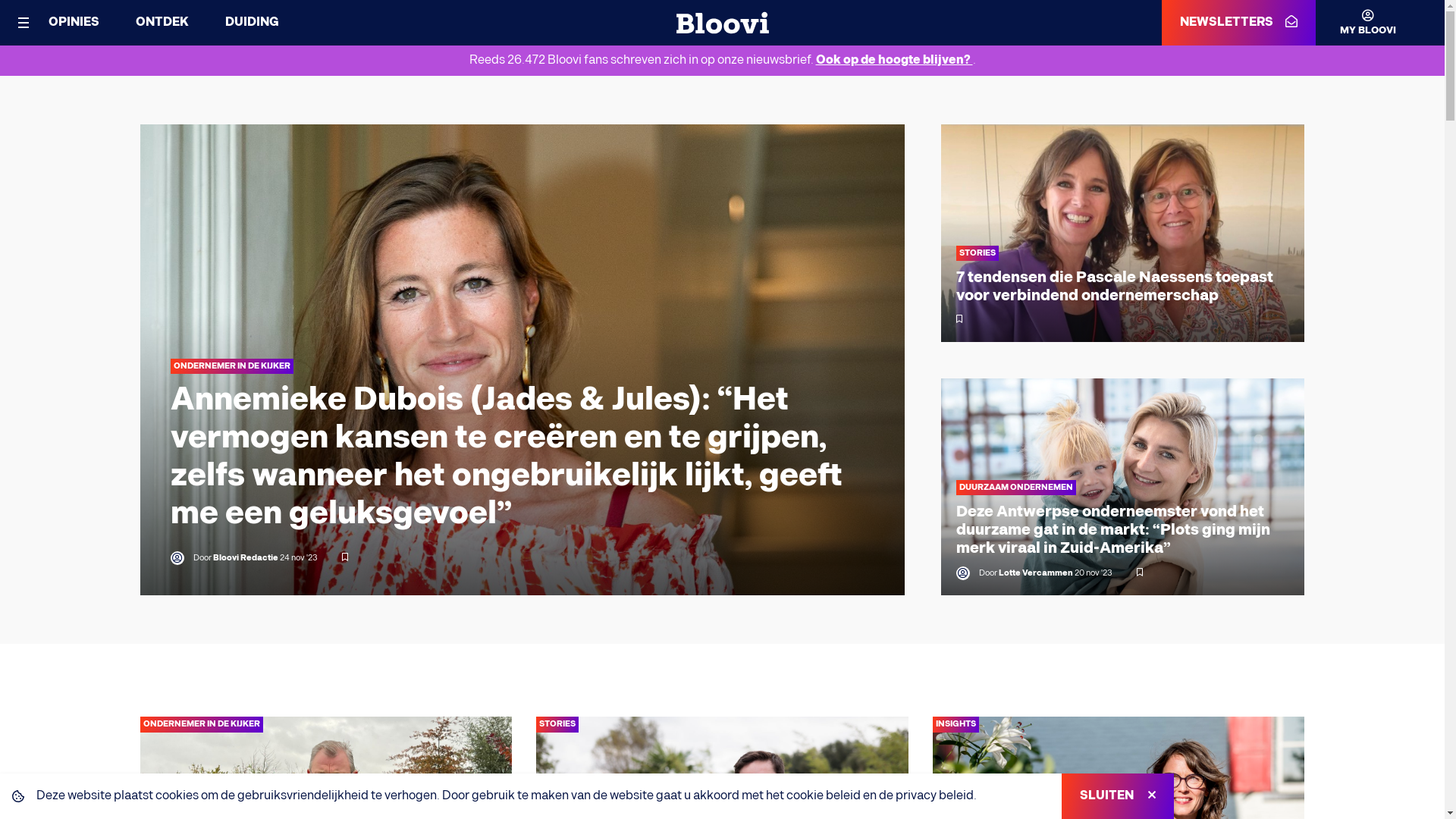  I want to click on 'DUIDING', so click(251, 22).